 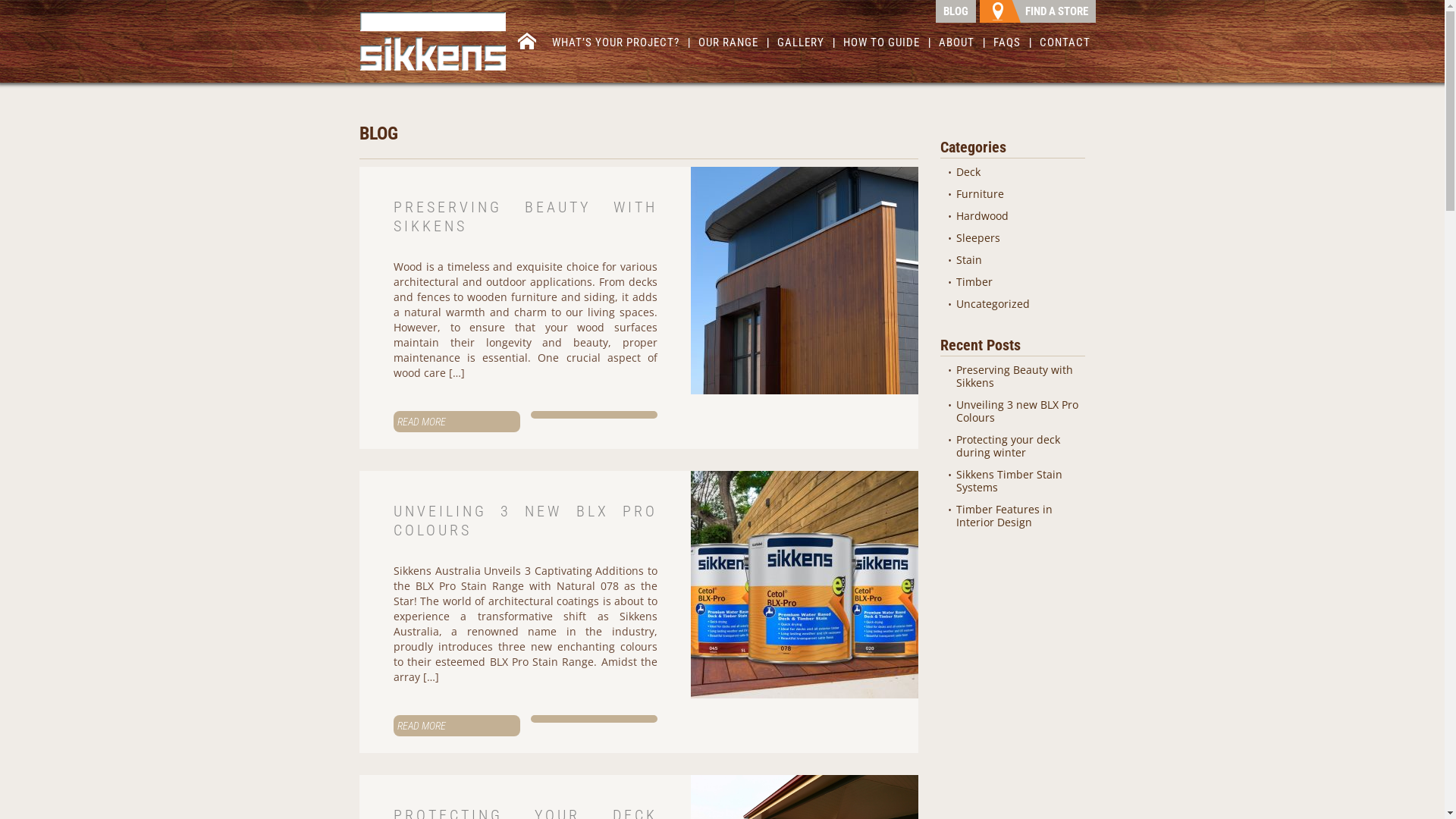 I want to click on 'HOW TO GUIDE', so click(x=839, y=45).